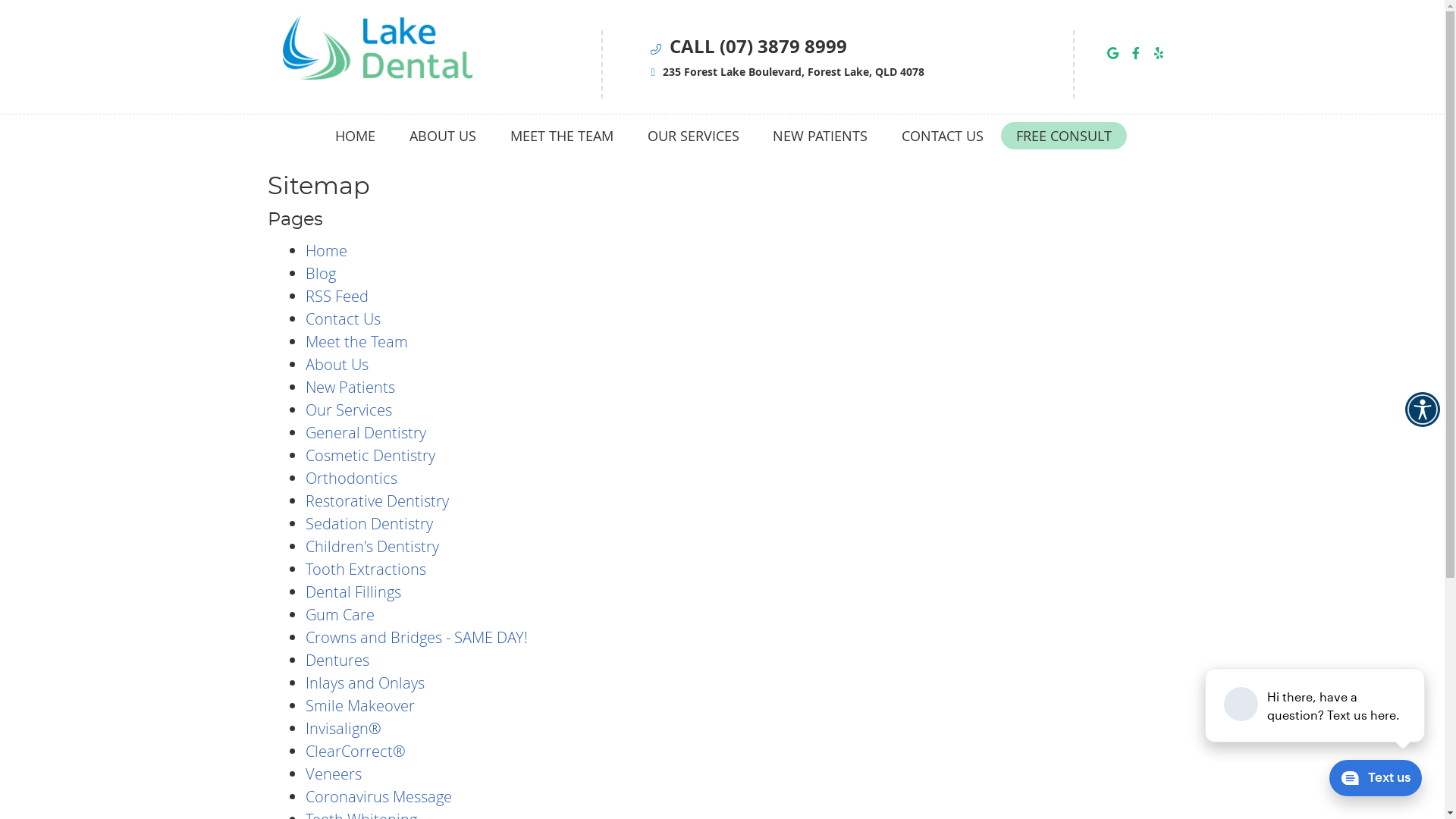 The height and width of the screenshot is (819, 1456). I want to click on 'FREE CONSULT', so click(1062, 134).